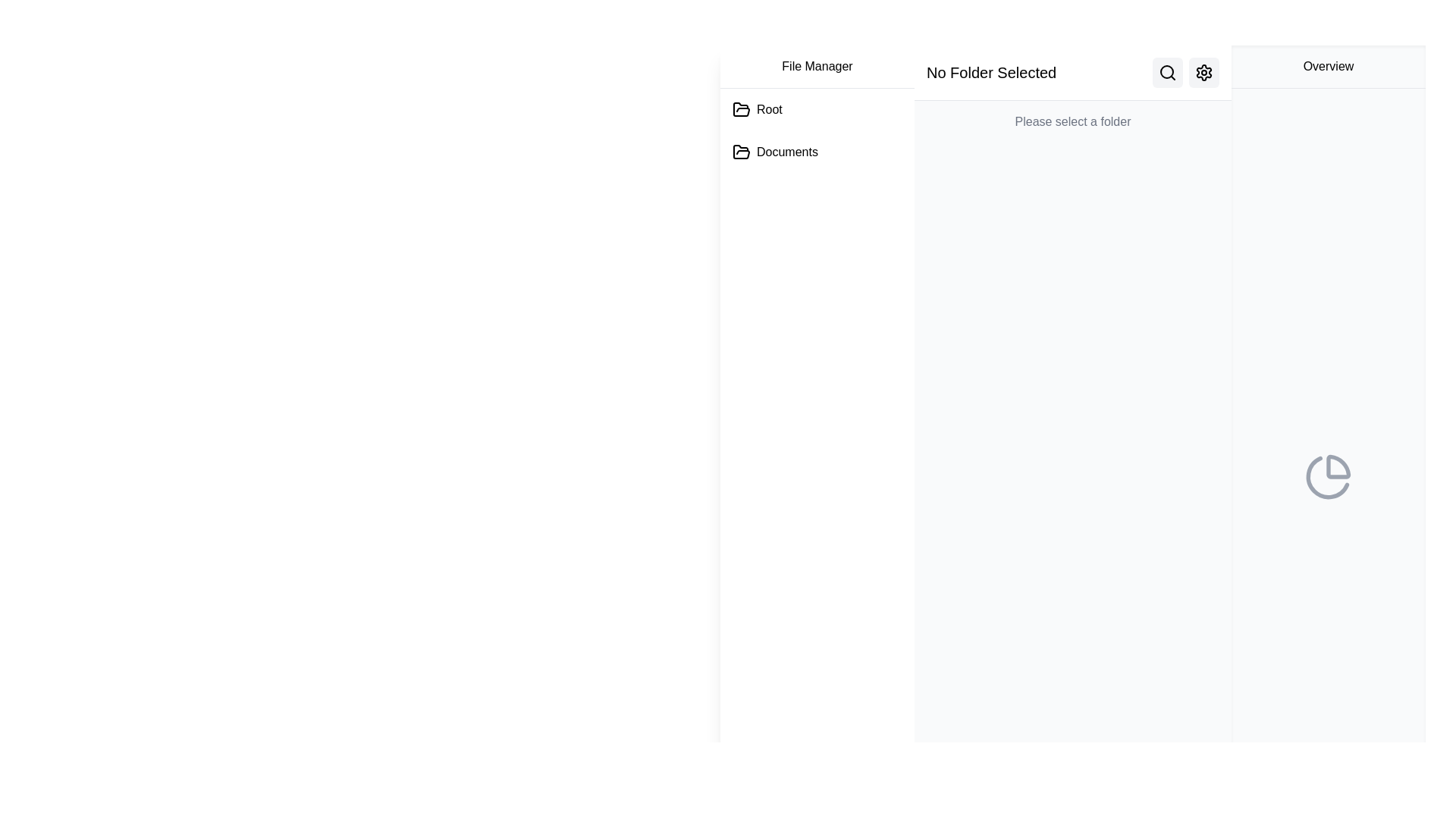 This screenshot has height=819, width=1456. I want to click on the pie chart icon segment located in the bottom-right of the circular pie chart, adjacent to the 'Overview' label, so click(1338, 466).